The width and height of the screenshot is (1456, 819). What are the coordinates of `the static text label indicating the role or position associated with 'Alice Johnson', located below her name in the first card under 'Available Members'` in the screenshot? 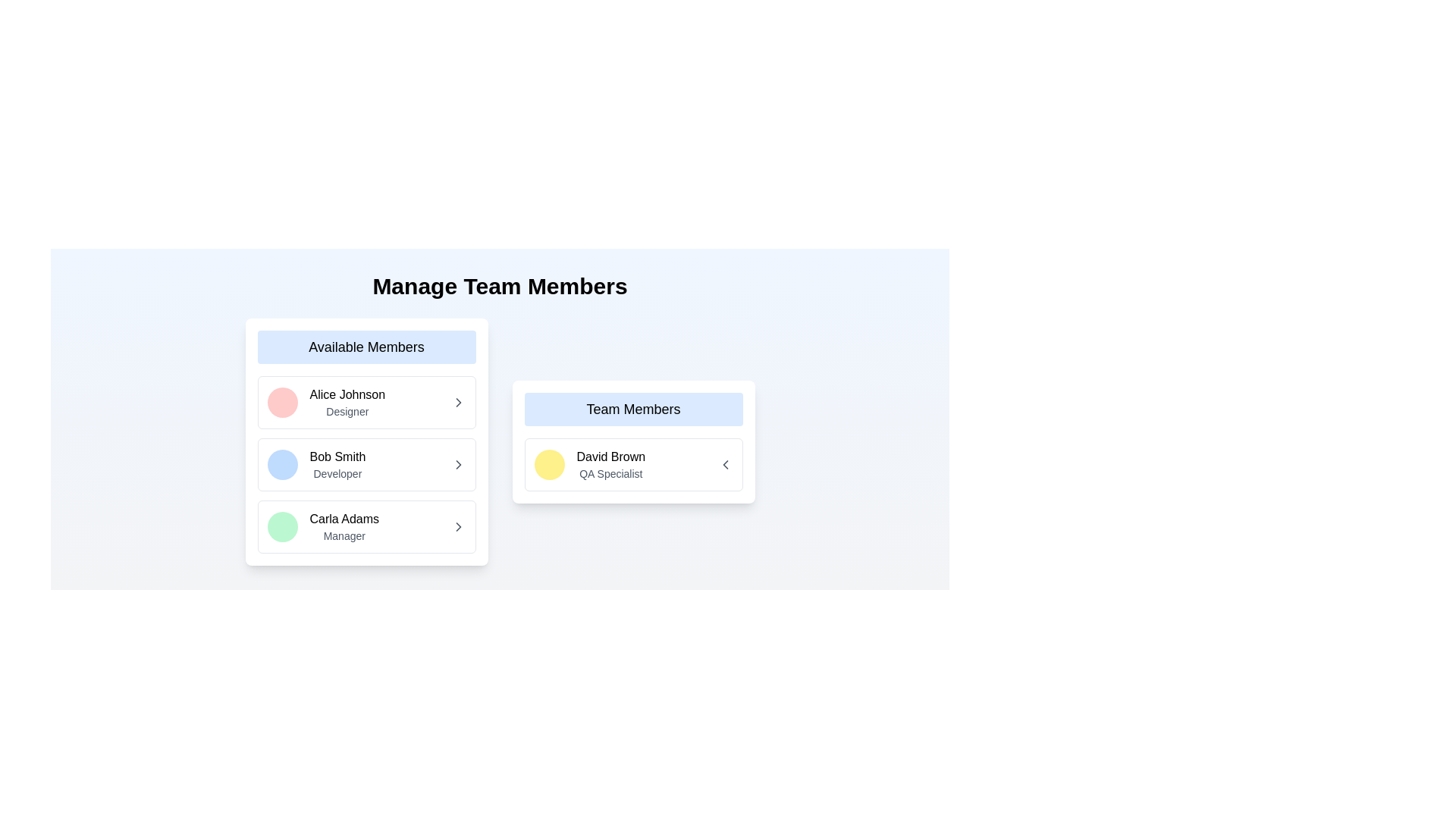 It's located at (347, 412).